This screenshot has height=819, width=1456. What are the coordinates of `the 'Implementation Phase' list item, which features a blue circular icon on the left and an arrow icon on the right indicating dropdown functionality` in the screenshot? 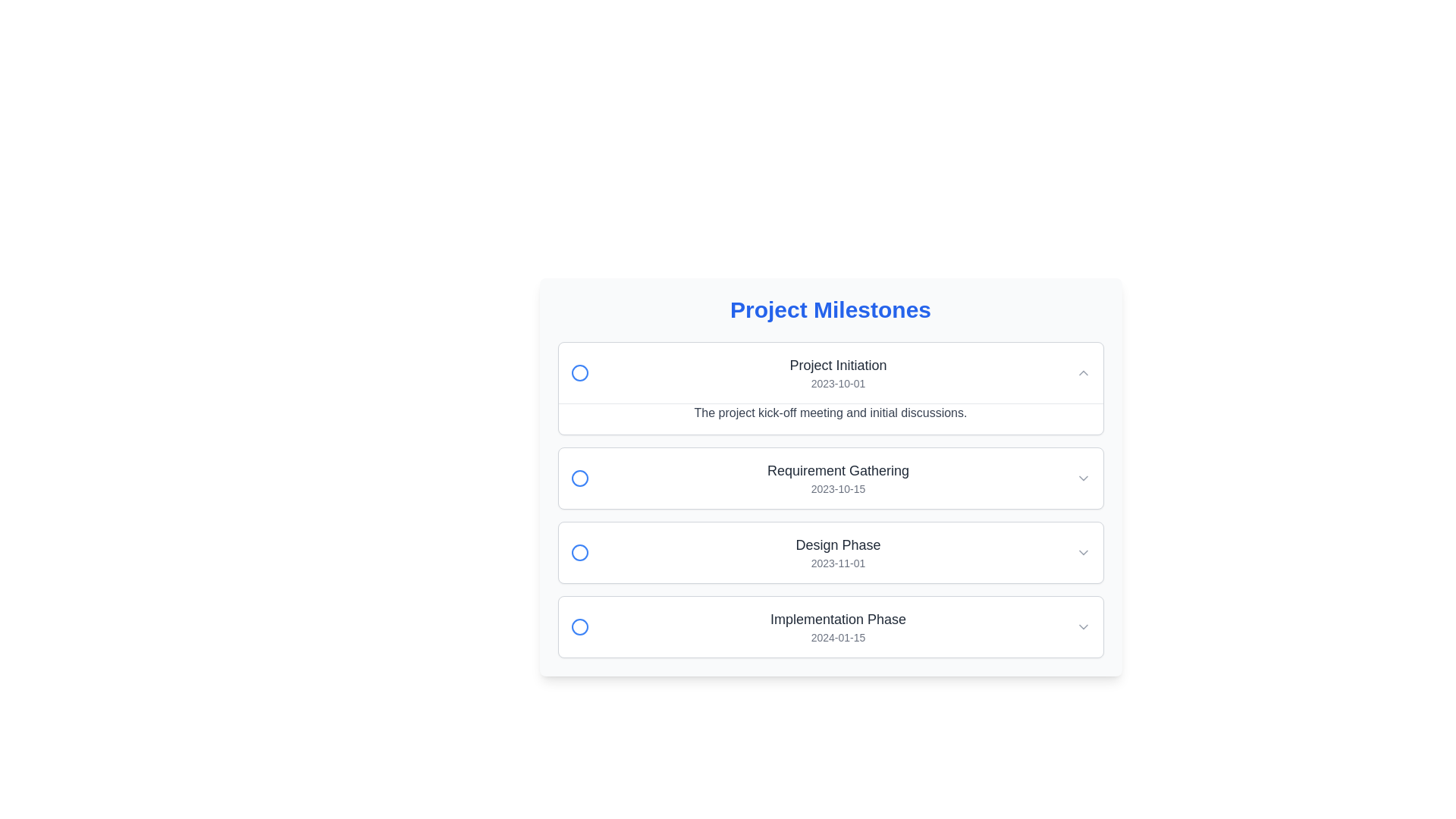 It's located at (830, 626).